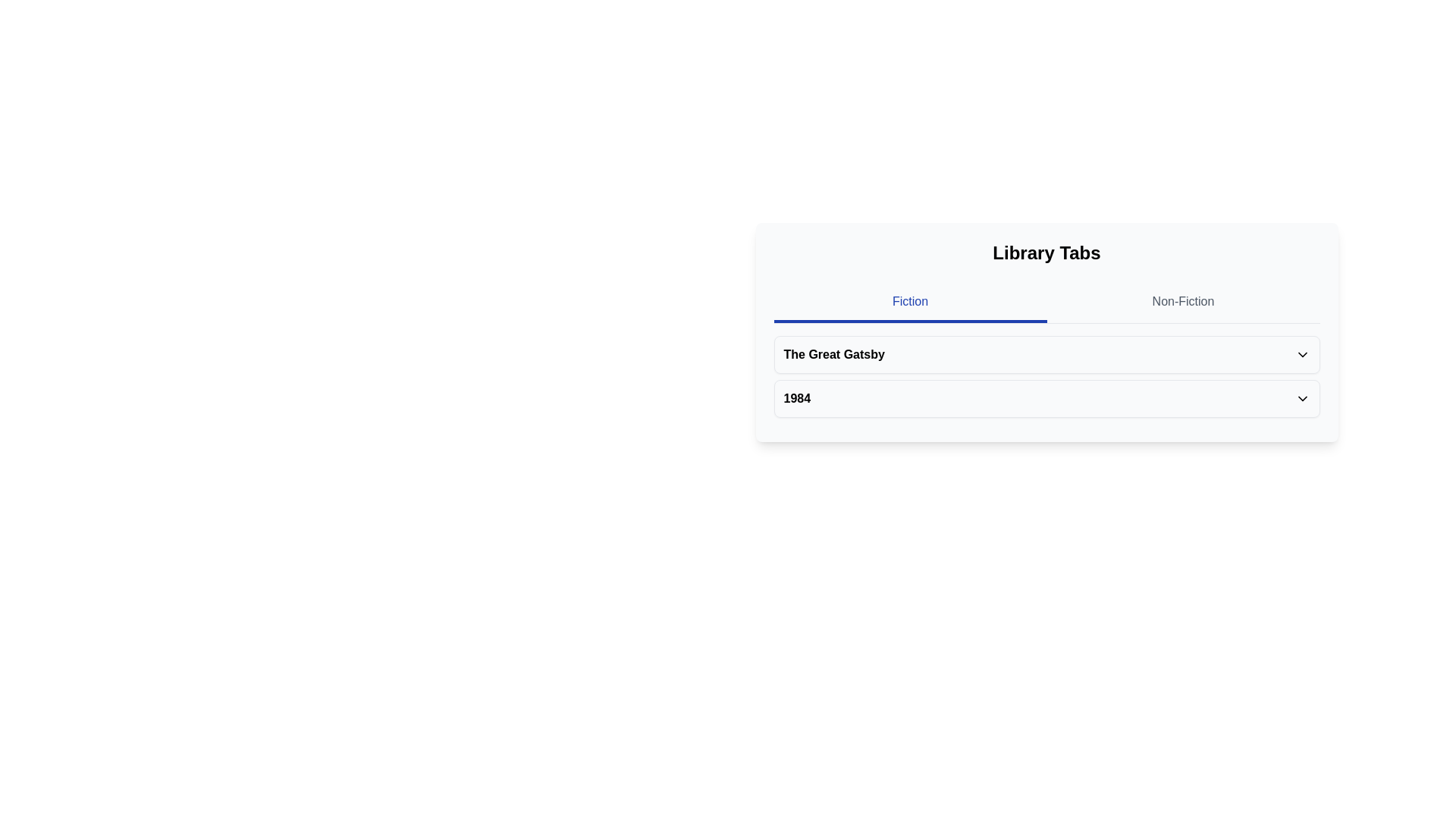 This screenshot has width=1456, height=819. What do you see at coordinates (910, 303) in the screenshot?
I see `the 'Fiction' tab to alter its visual state, which is located on the left of a two-tab layout` at bounding box center [910, 303].